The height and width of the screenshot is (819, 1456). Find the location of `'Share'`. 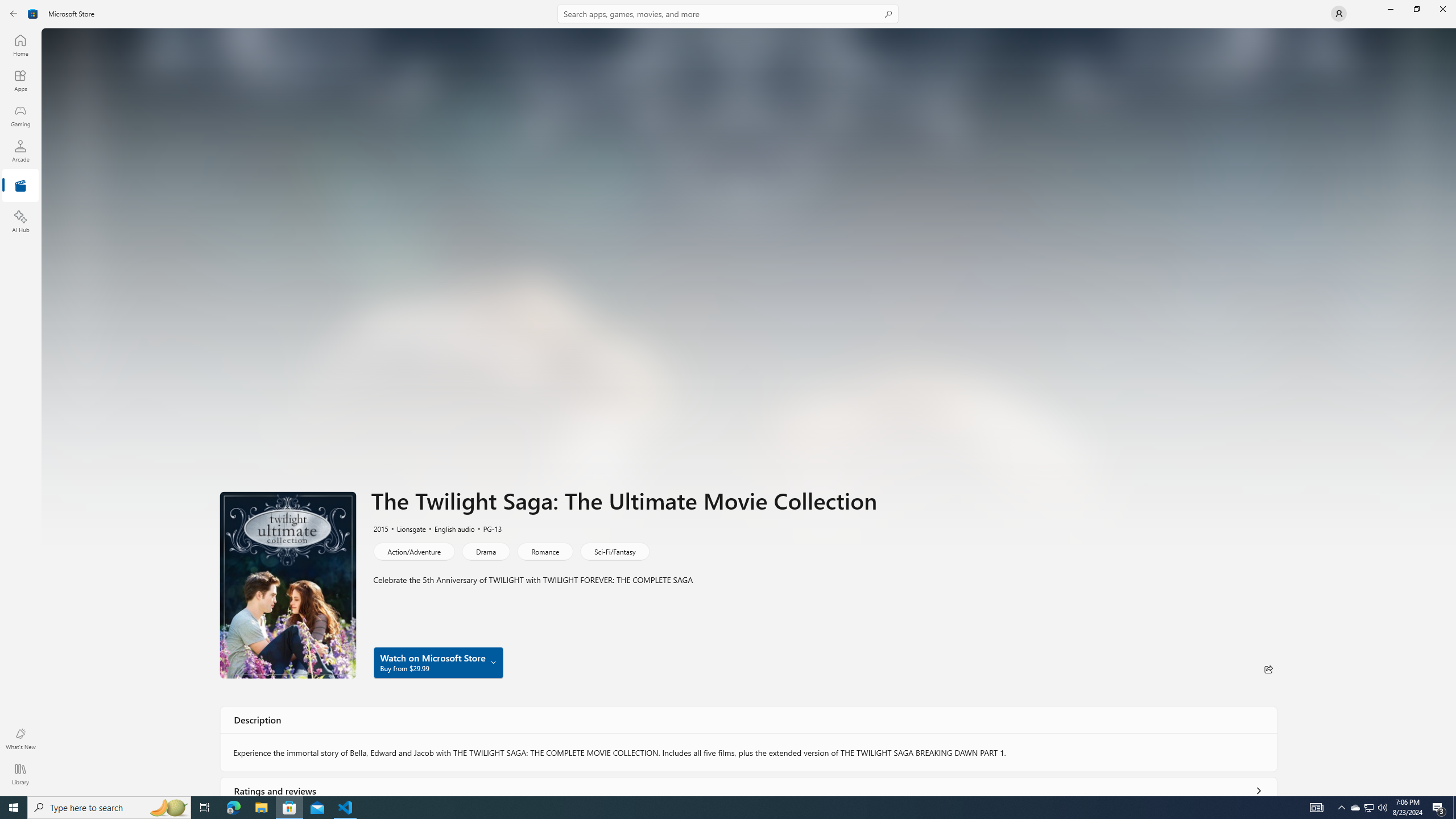

'Share' is located at coordinates (1268, 668).